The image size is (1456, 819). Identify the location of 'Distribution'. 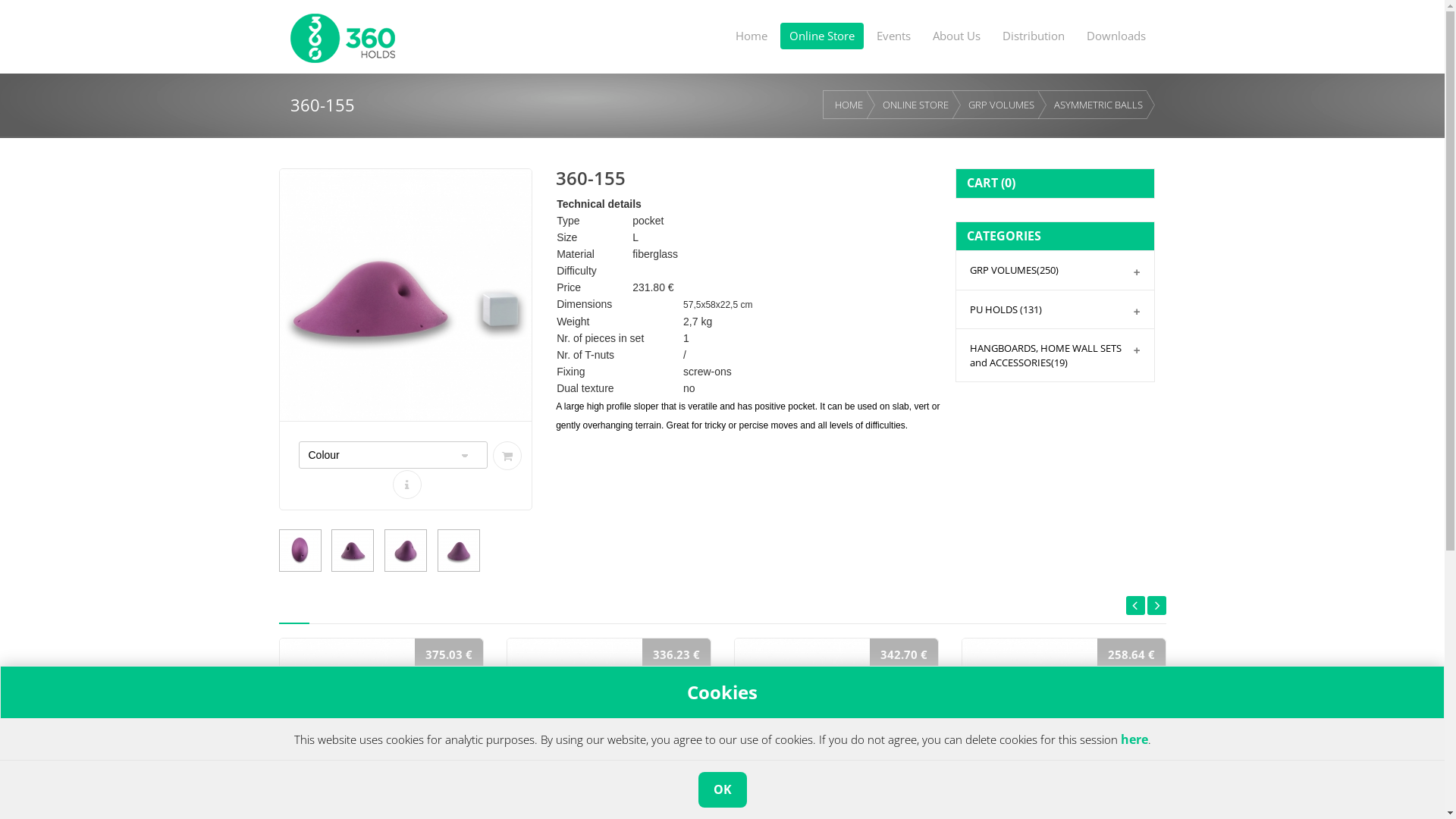
(1033, 35).